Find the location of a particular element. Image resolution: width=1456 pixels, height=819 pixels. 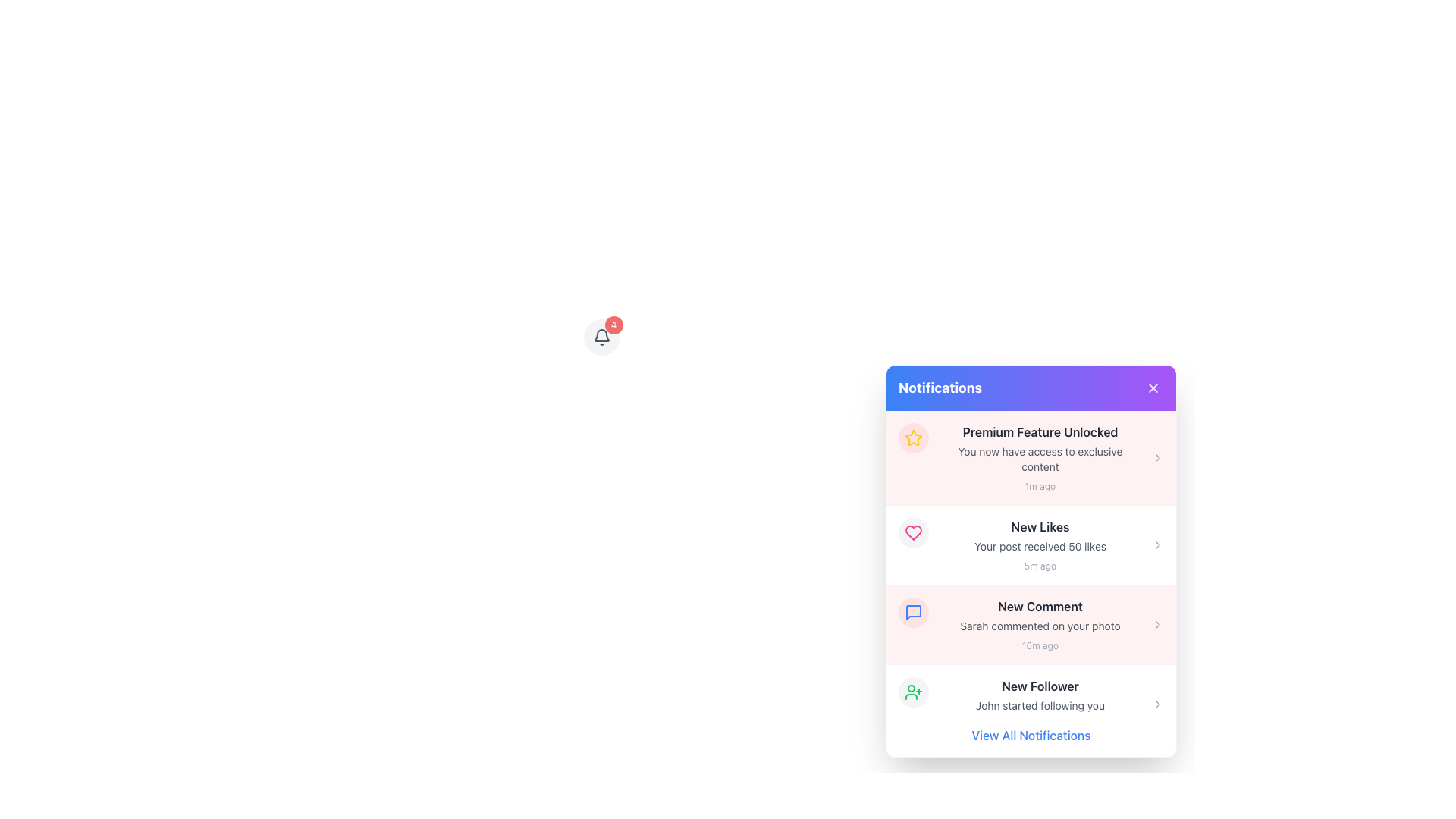

the notification icon styled as a bell with a red circular badge containing the number '4' is located at coordinates (601, 336).